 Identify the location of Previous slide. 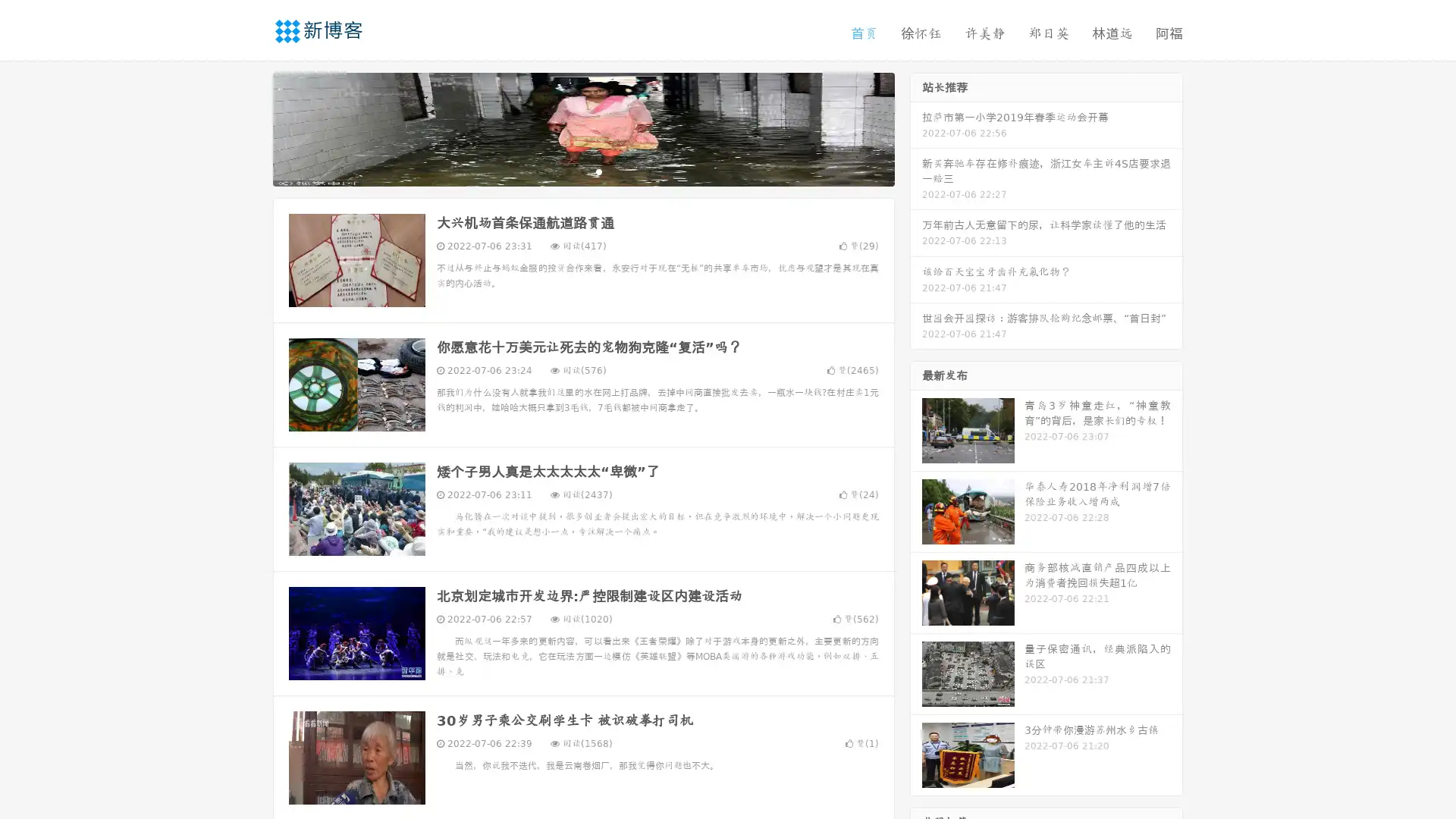
(250, 127).